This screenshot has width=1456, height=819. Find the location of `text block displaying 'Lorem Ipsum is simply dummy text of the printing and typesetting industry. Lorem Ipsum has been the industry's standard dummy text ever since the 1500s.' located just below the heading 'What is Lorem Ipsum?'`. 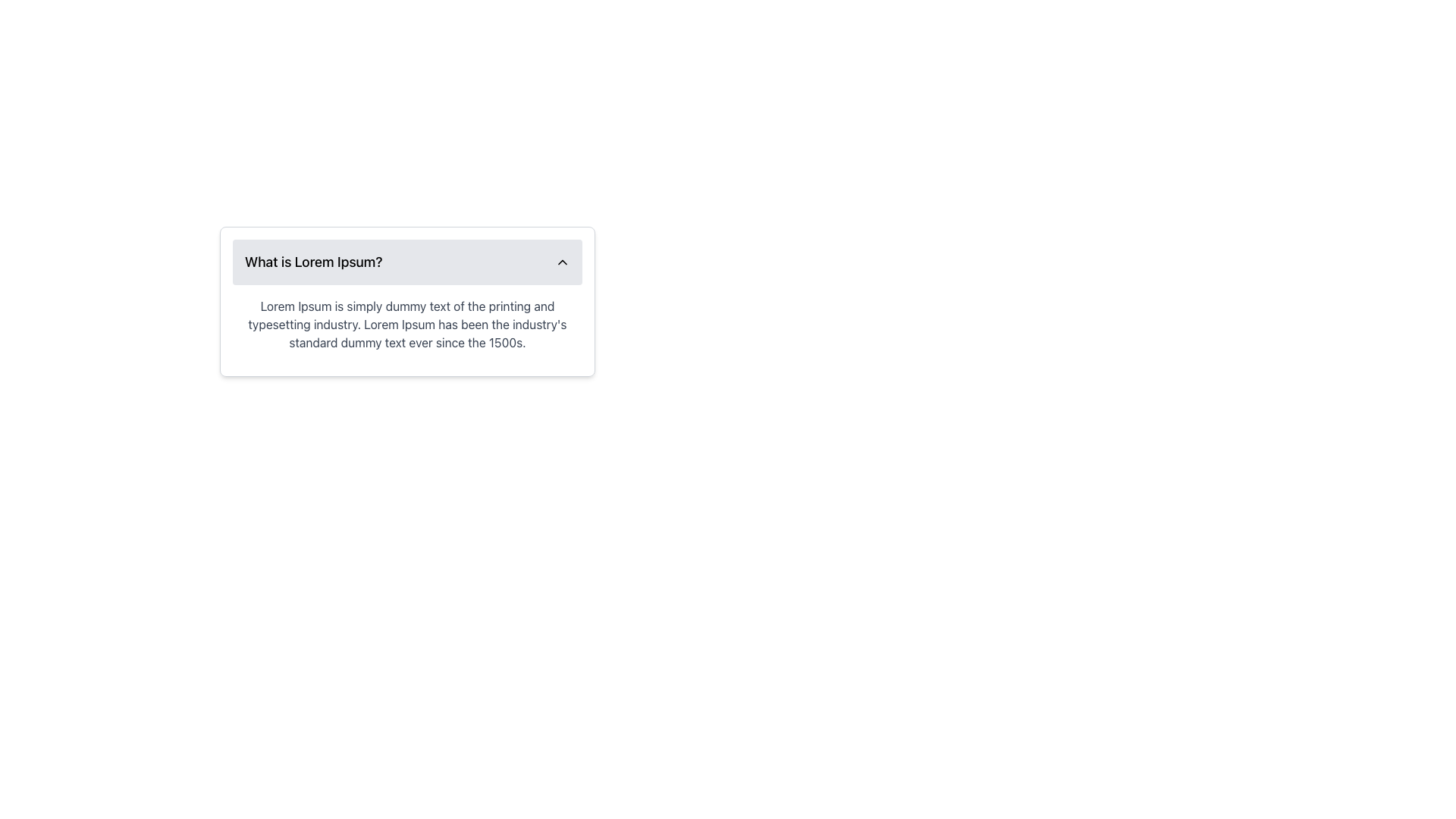

text block displaying 'Lorem Ipsum is simply dummy text of the printing and typesetting industry. Lorem Ipsum has been the industry's standard dummy text ever since the 1500s.' located just below the heading 'What is Lorem Ipsum?' is located at coordinates (407, 324).